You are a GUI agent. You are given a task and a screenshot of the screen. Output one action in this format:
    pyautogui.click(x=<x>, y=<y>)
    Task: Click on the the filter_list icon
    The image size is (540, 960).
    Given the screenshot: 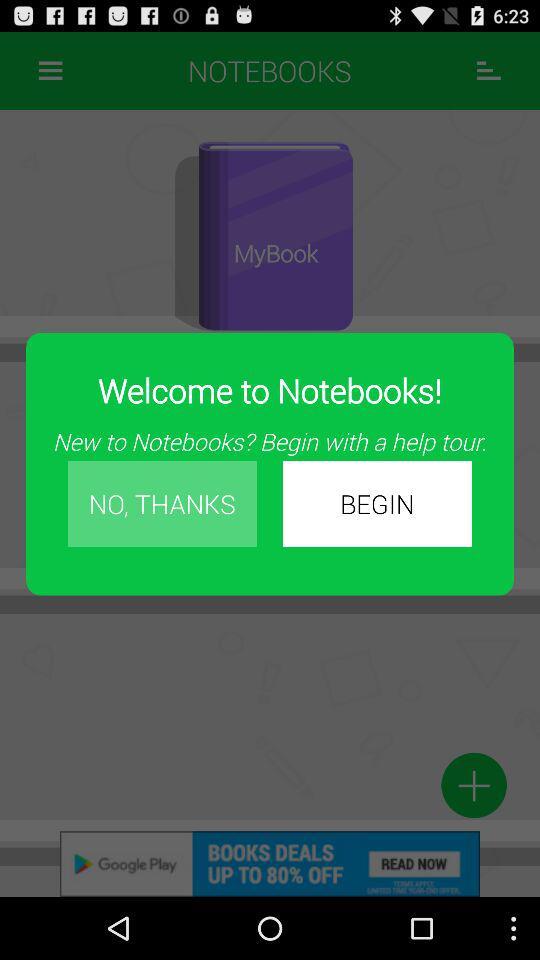 What is the action you would take?
    pyautogui.click(x=488, y=75)
    